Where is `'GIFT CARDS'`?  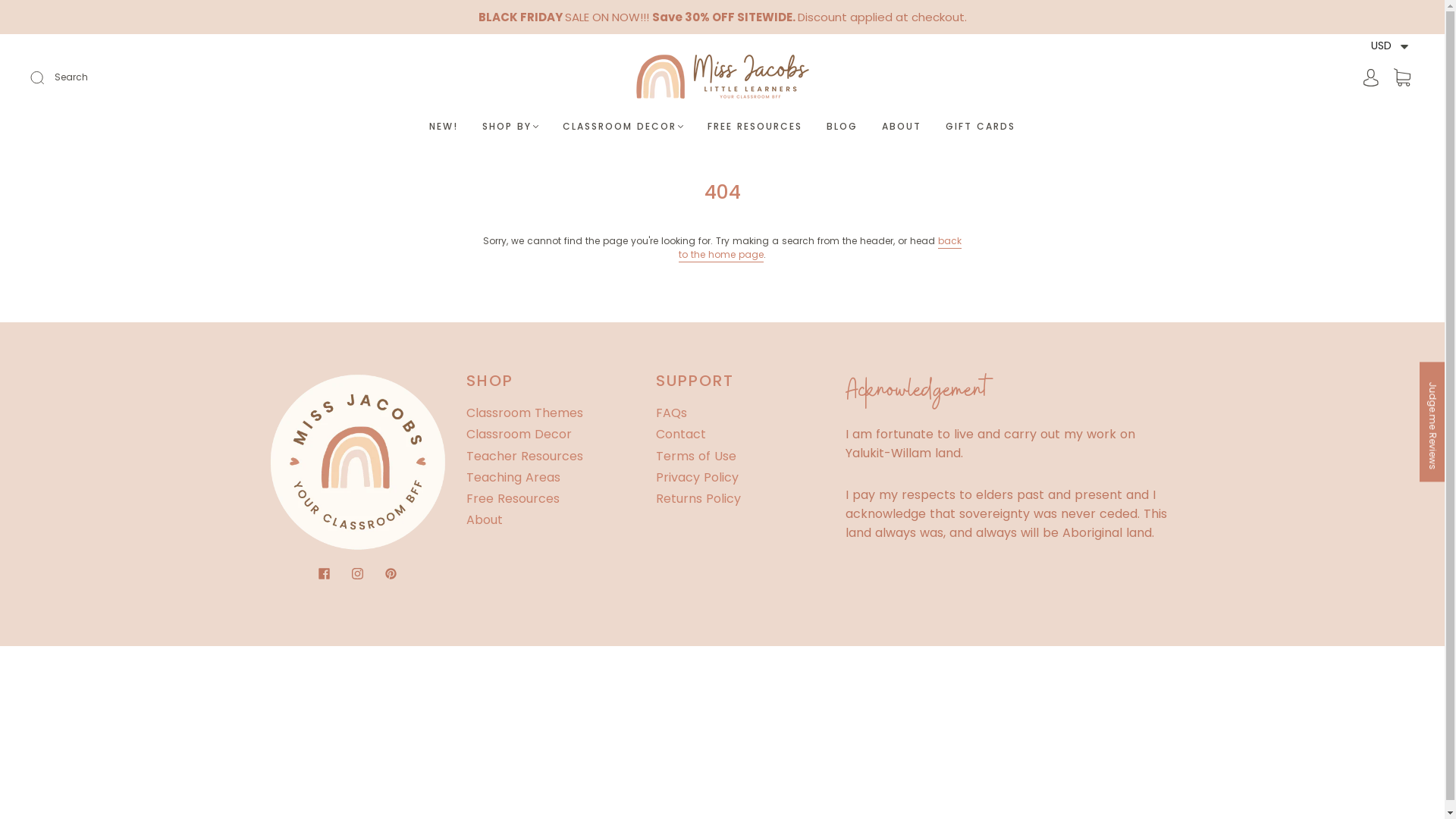 'GIFT CARDS' is located at coordinates (980, 125).